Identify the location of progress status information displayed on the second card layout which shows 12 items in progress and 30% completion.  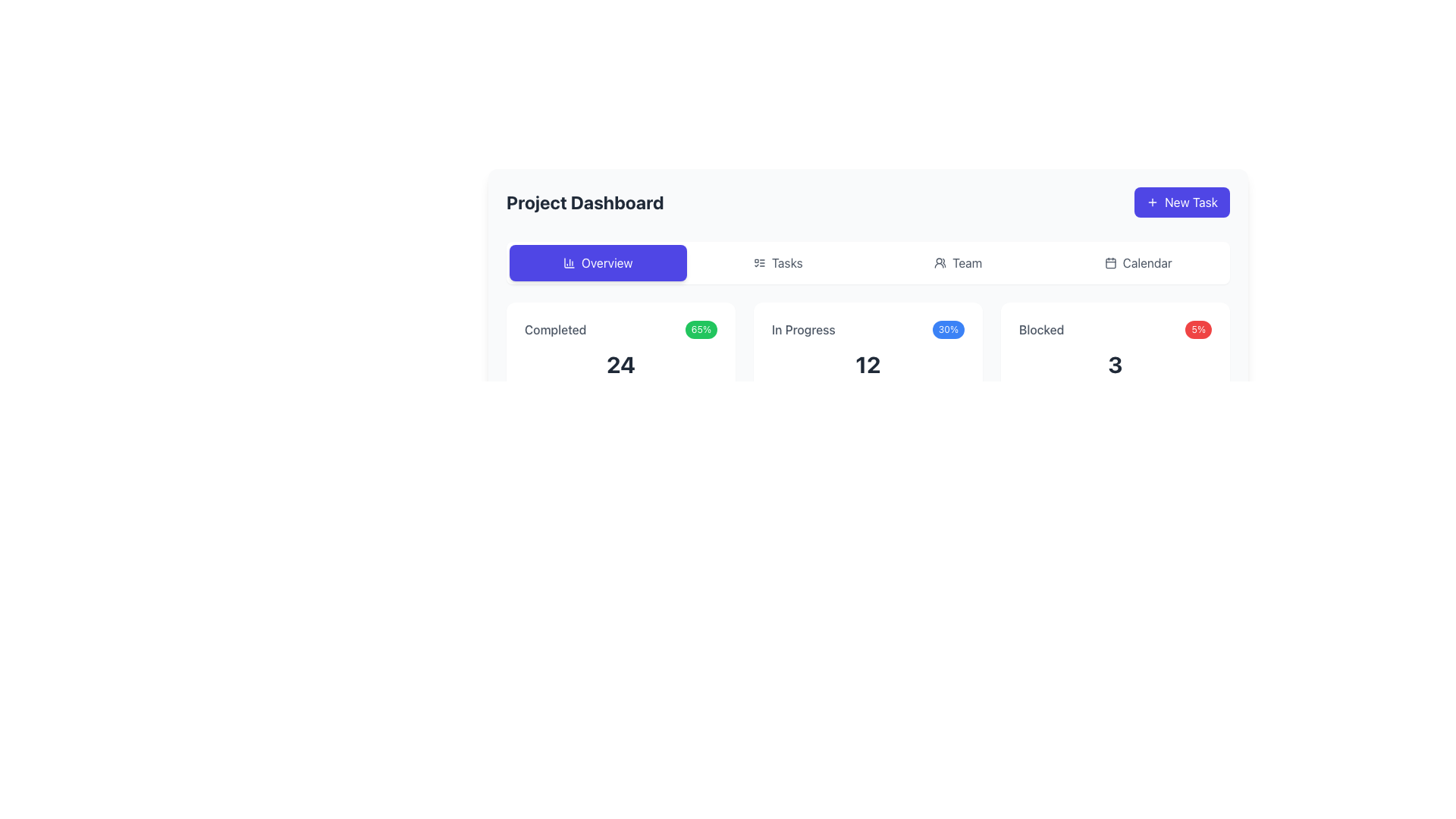
(868, 359).